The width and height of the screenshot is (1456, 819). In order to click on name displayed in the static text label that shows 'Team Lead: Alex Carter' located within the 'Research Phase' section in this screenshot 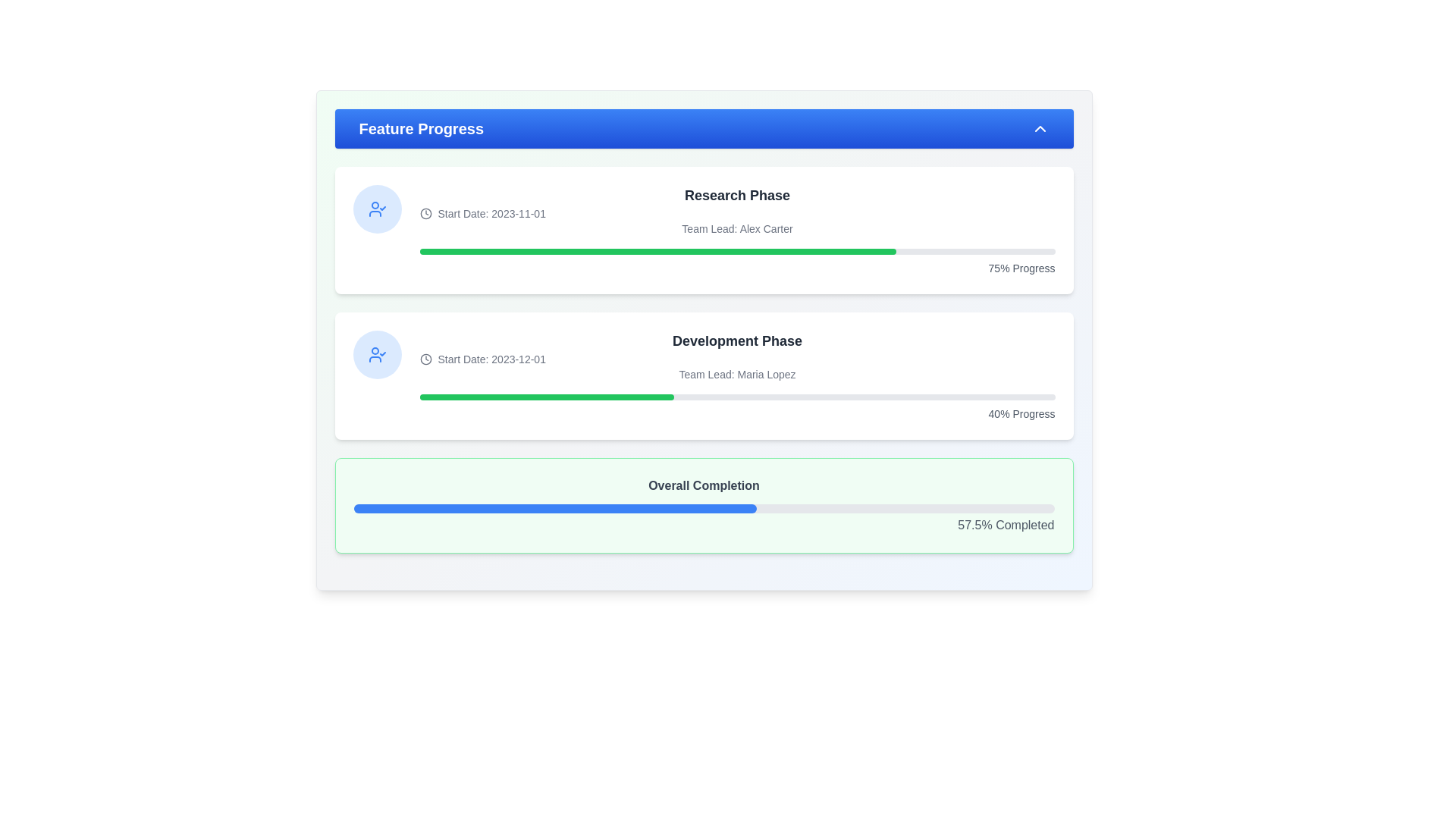, I will do `click(737, 228)`.